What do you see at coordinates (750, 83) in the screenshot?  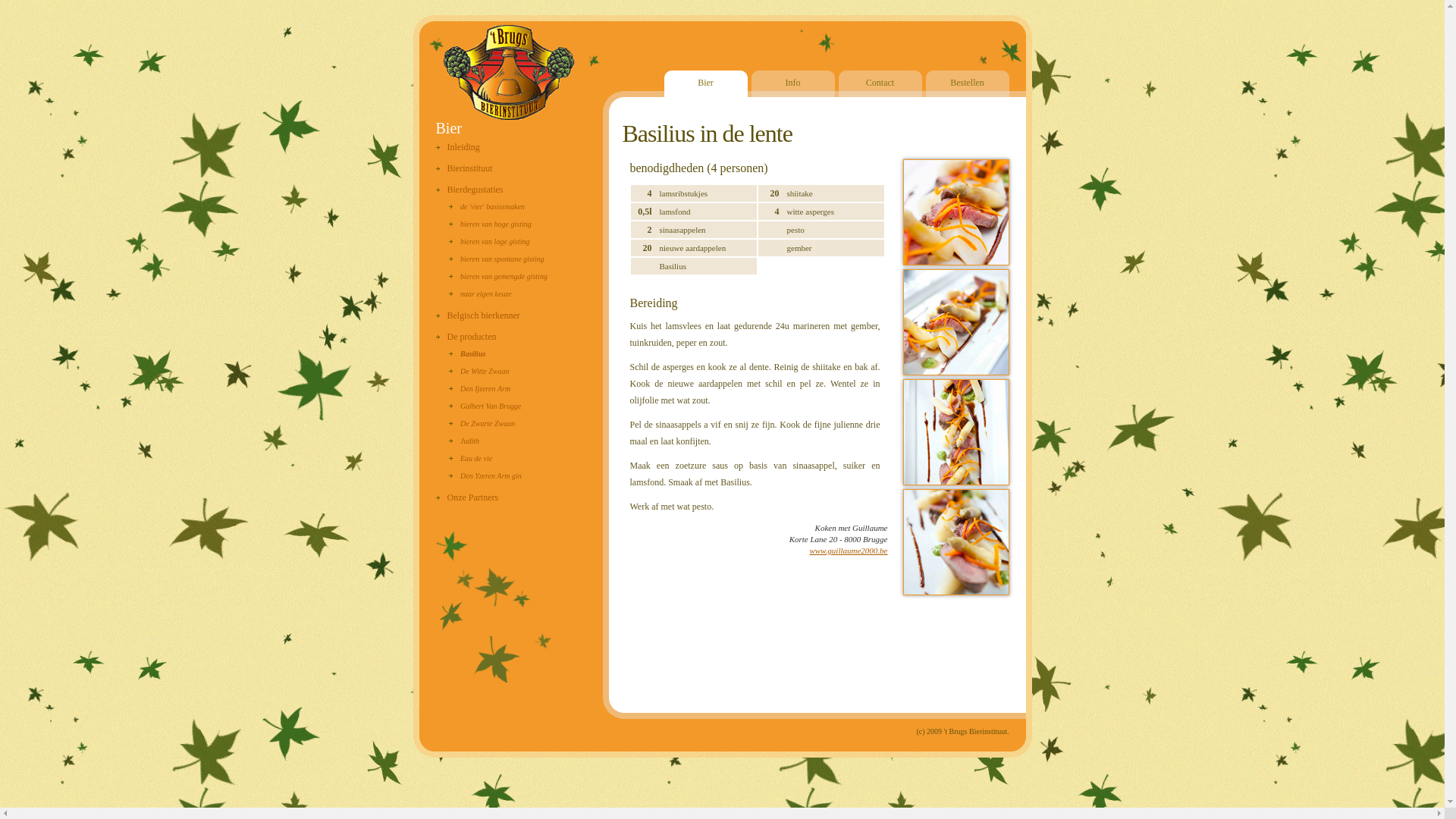 I see `'Info'` at bounding box center [750, 83].